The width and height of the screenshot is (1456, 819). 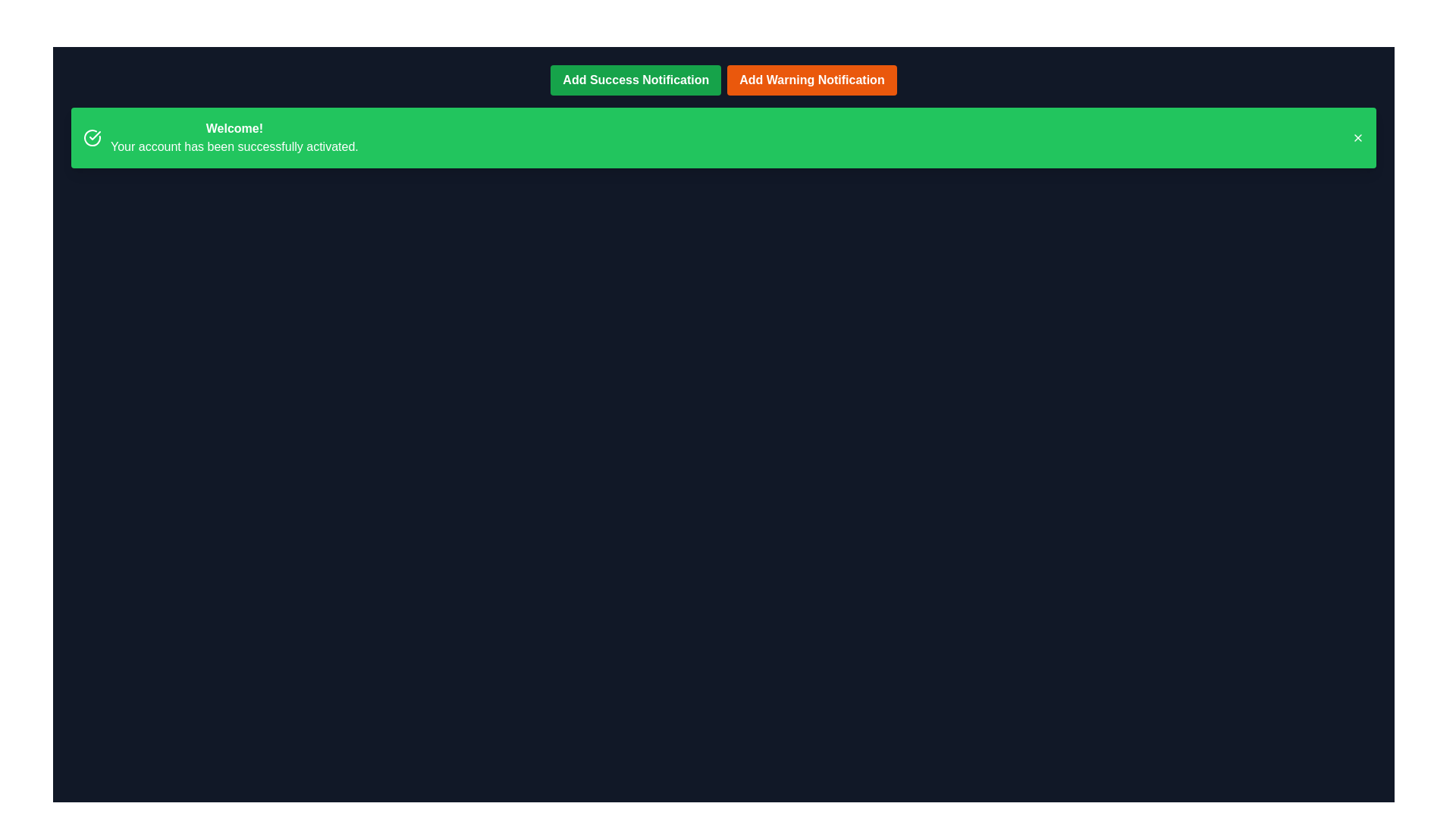 What do you see at coordinates (1357, 137) in the screenshot?
I see `the close button located at the top-right corner of the green notification bar` at bounding box center [1357, 137].